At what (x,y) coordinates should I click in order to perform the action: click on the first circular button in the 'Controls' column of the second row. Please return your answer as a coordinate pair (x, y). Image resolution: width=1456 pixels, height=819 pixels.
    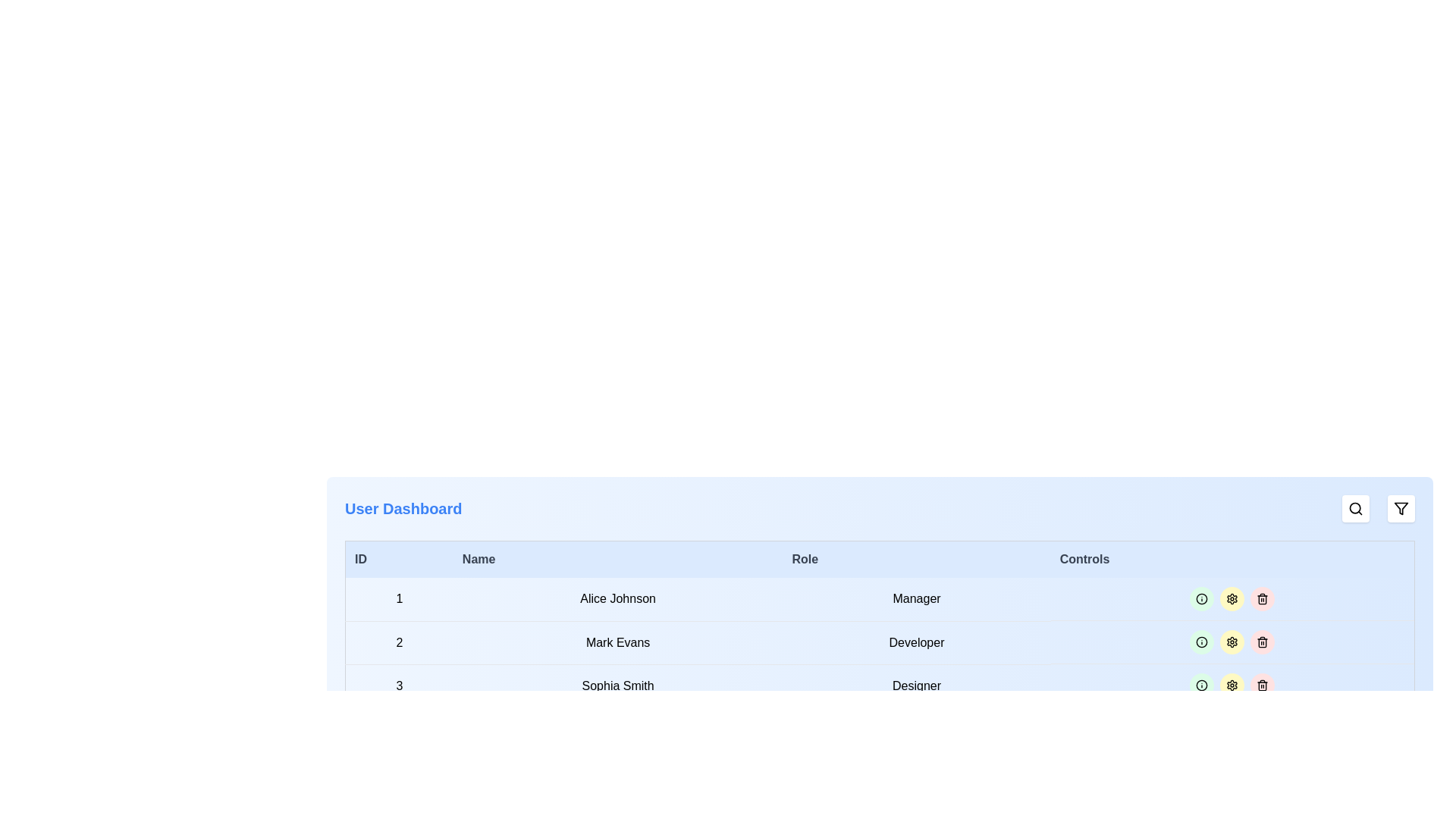
    Looking at the image, I should click on (1201, 642).